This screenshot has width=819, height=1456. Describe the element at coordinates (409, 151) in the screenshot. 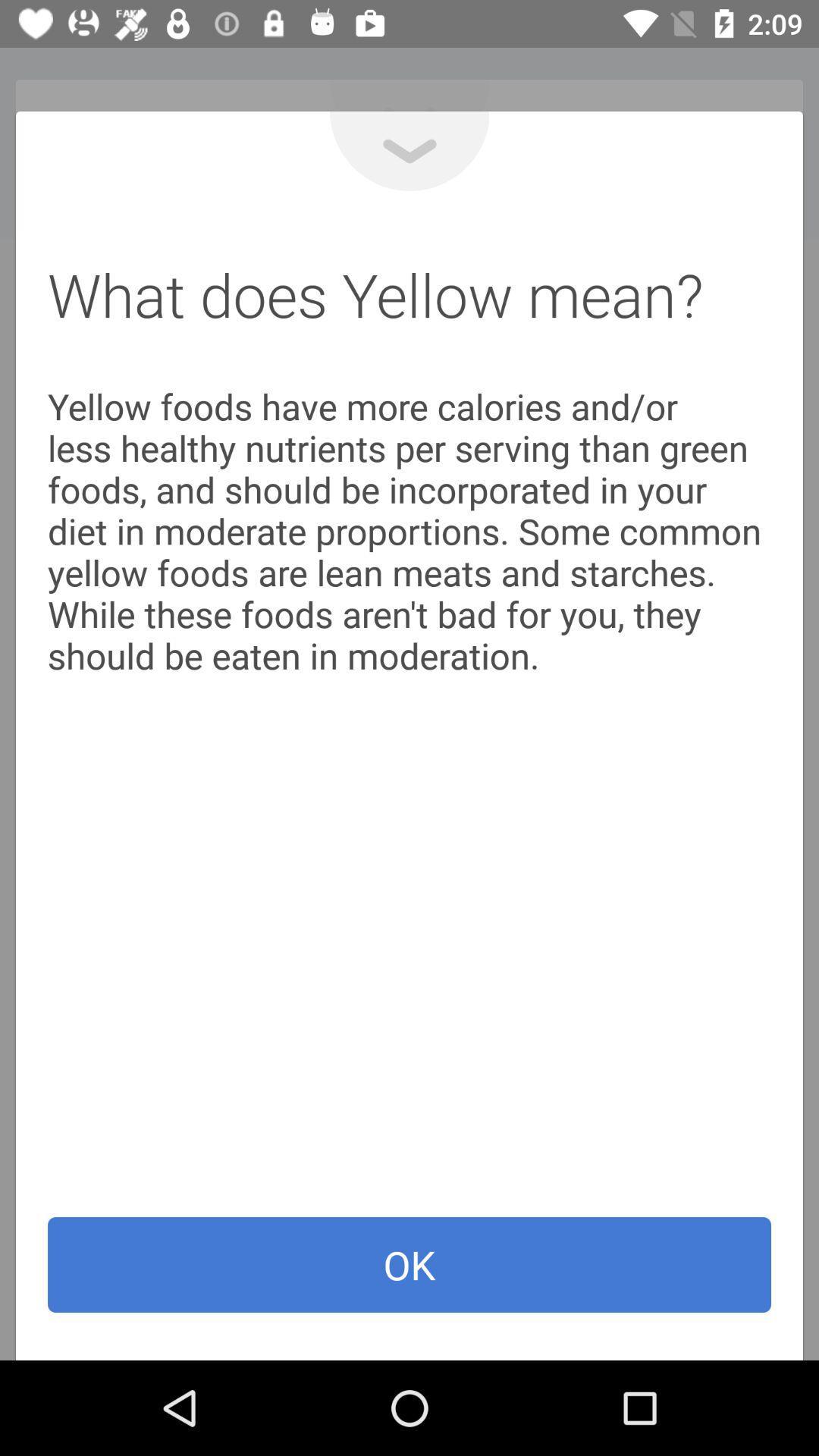

I see `the expand_more icon` at that location.